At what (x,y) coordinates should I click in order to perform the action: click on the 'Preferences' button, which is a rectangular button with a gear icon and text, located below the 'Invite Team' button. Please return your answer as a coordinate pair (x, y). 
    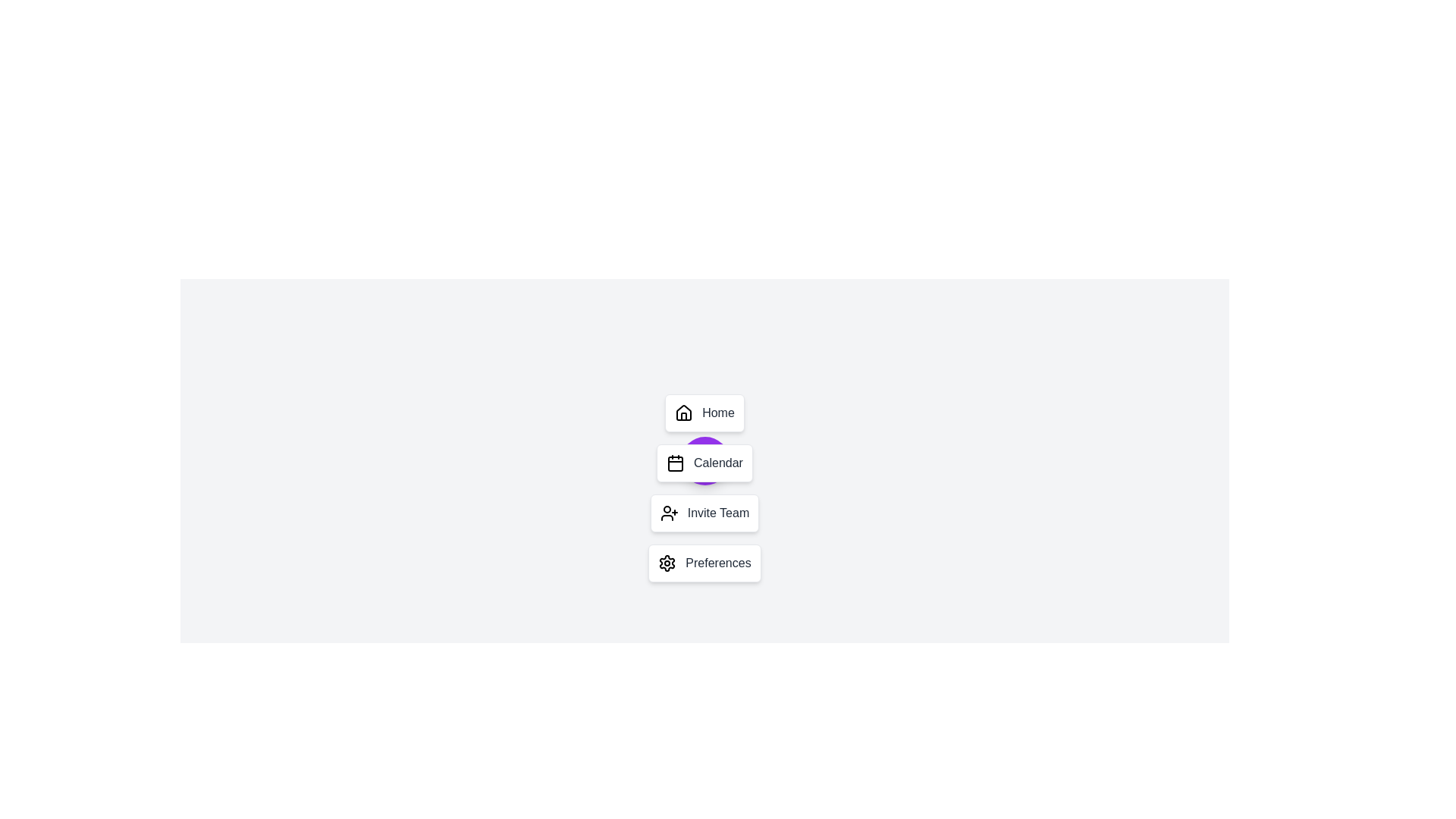
    Looking at the image, I should click on (704, 563).